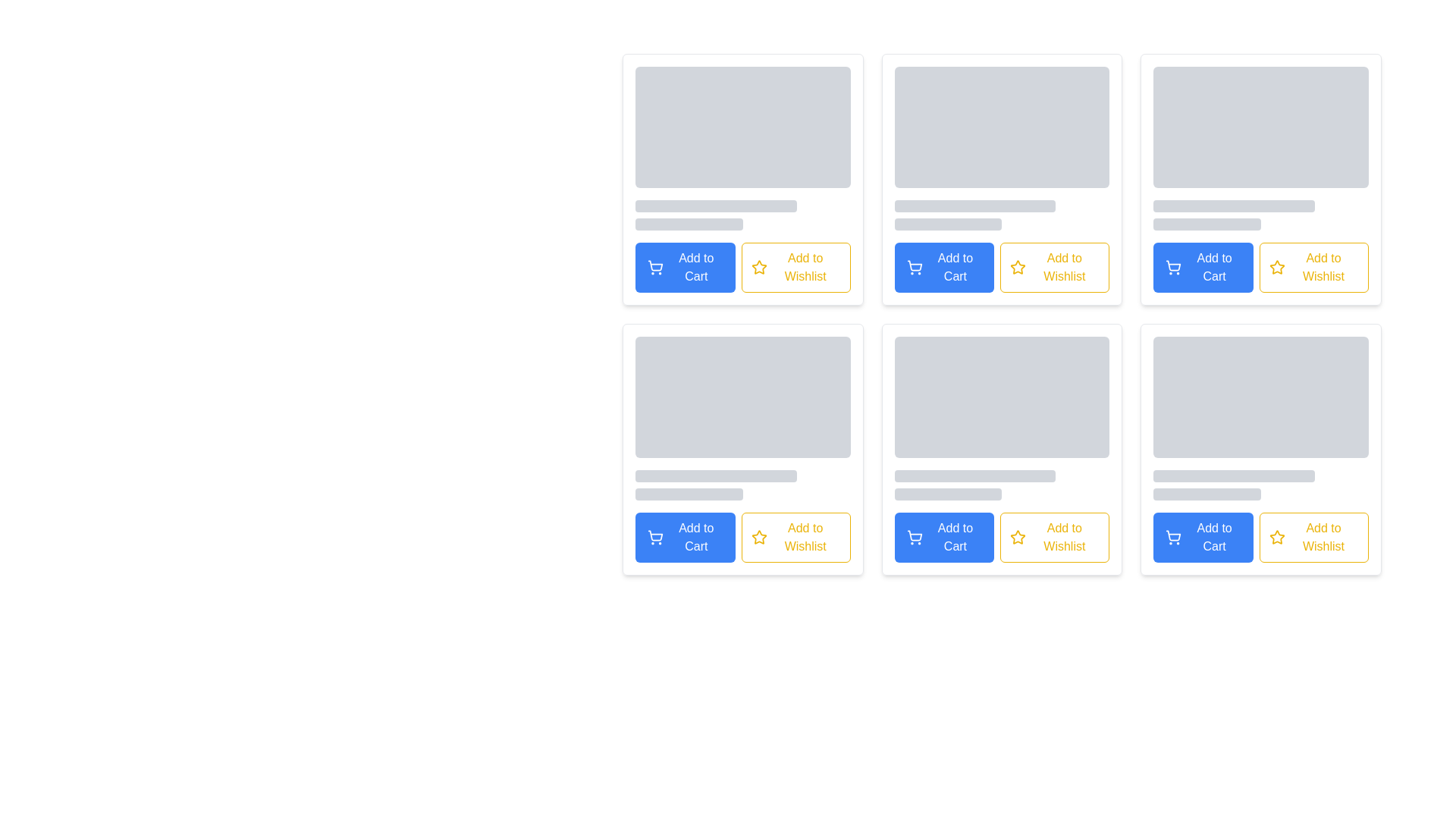 The height and width of the screenshot is (819, 1456). Describe the element at coordinates (1002, 418) in the screenshot. I see `the loading placeholder or skeleton loader located at the top center of the item card, which indicates that content is being loaded` at that location.